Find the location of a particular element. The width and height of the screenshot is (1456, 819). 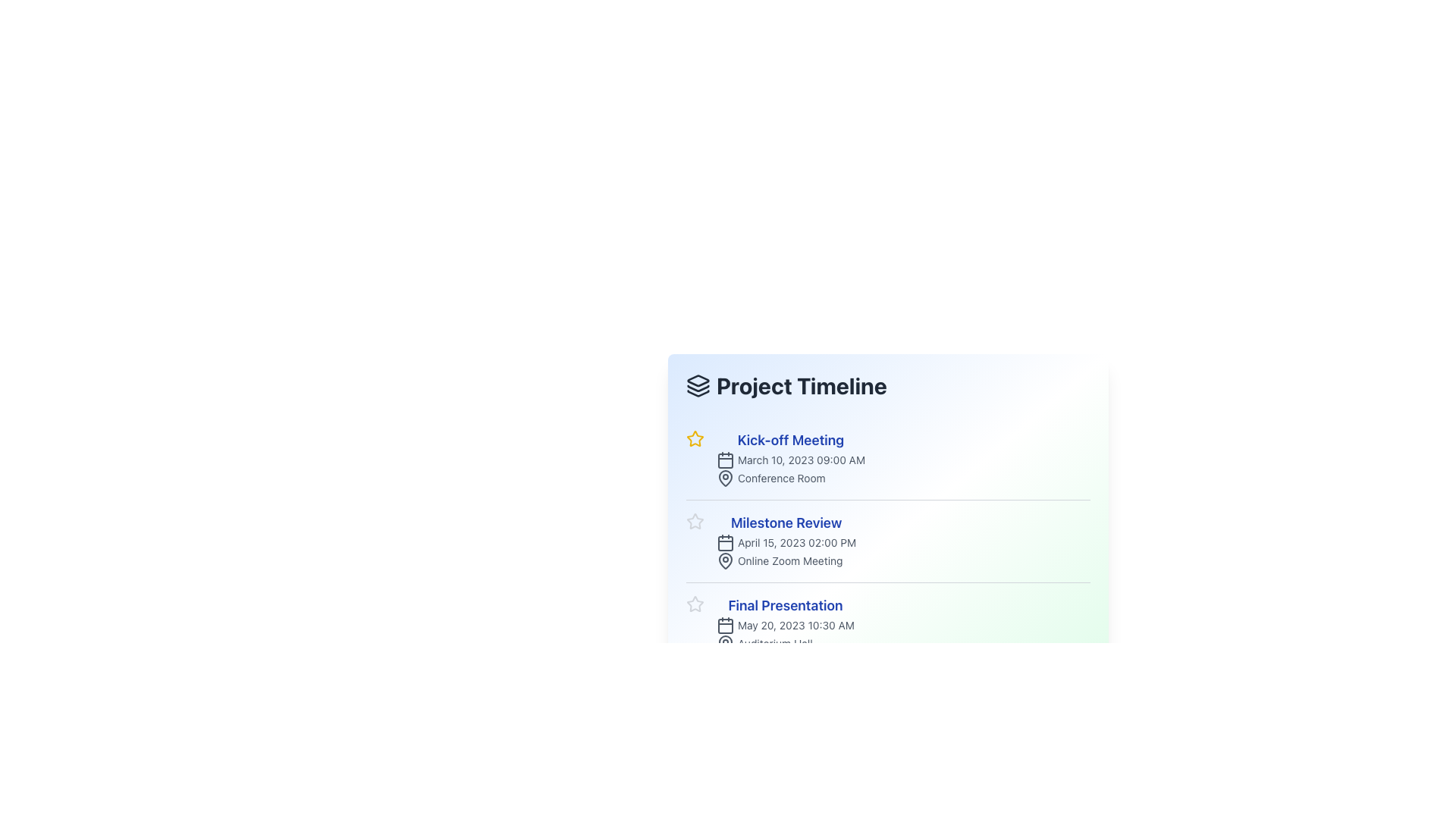

the star-shaped icon with a yellow outline located to the left of the 'Kick-off Meeting' text label is located at coordinates (694, 438).